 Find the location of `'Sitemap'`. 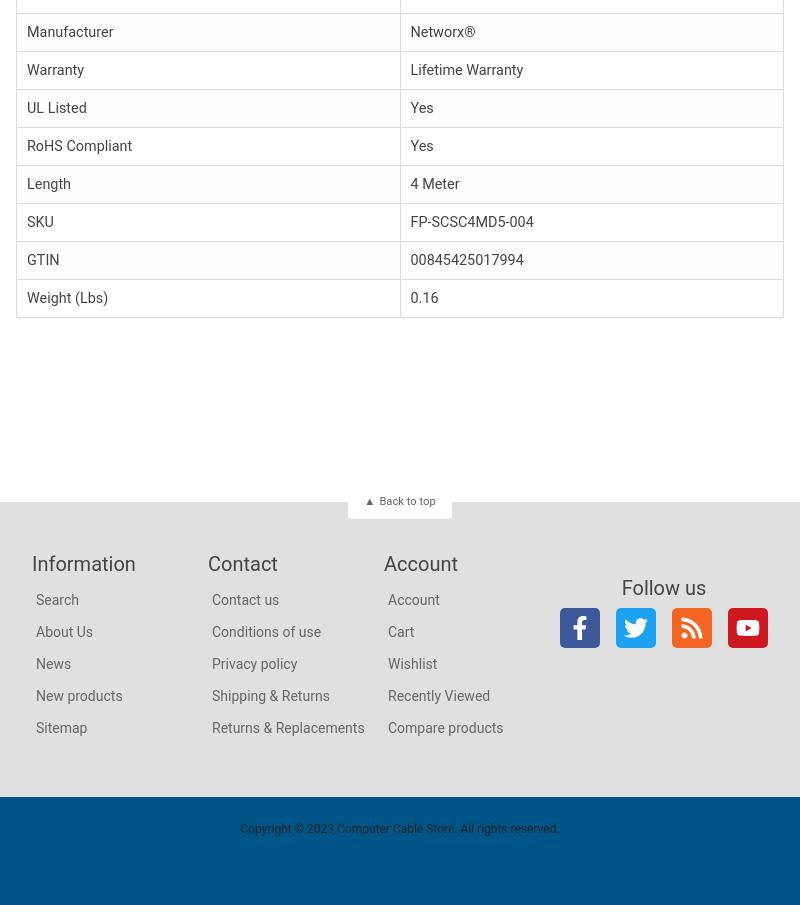

'Sitemap' is located at coordinates (60, 726).